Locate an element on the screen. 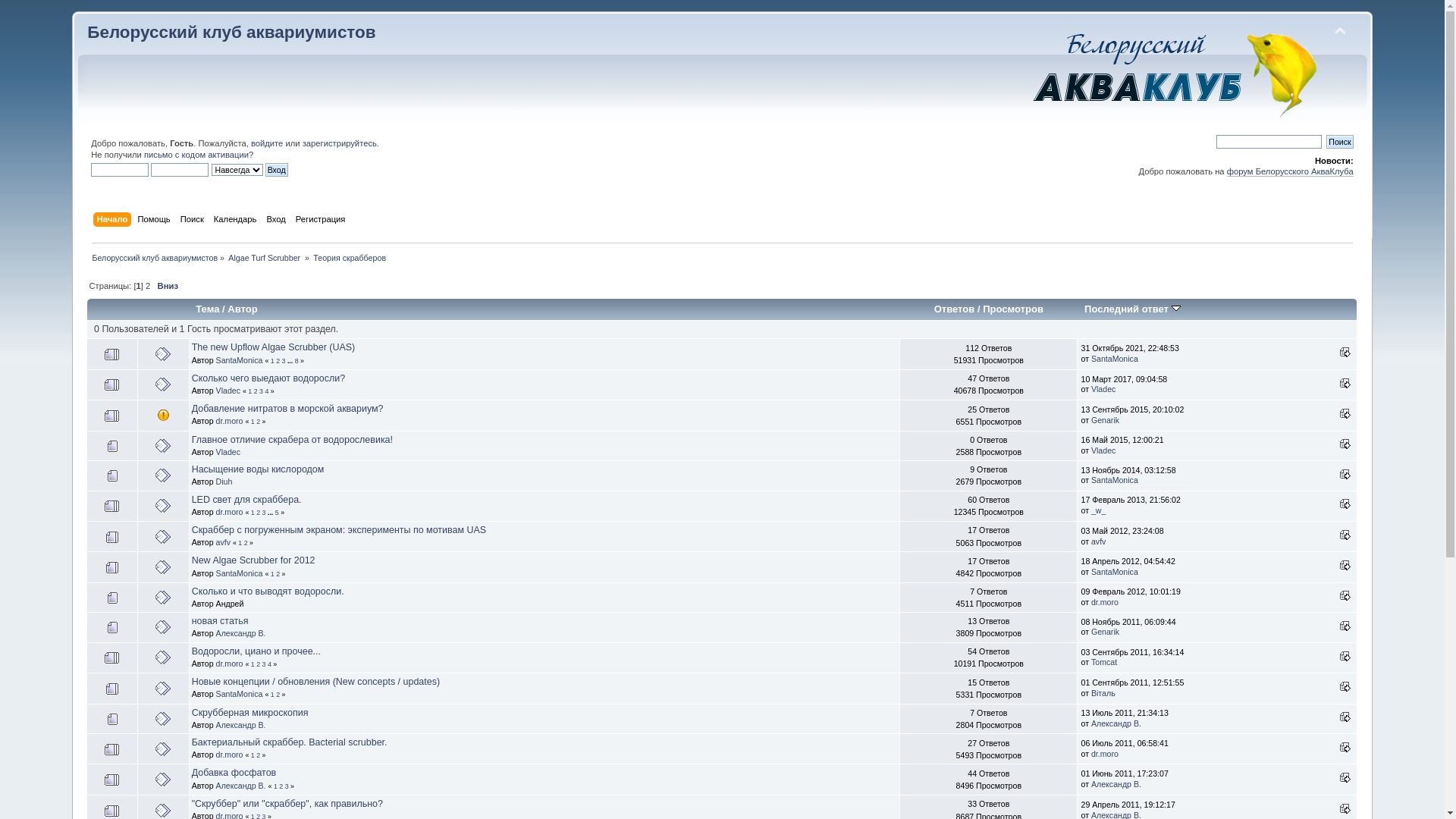 The width and height of the screenshot is (1456, 819). 'SantaMonica' is located at coordinates (239, 693).